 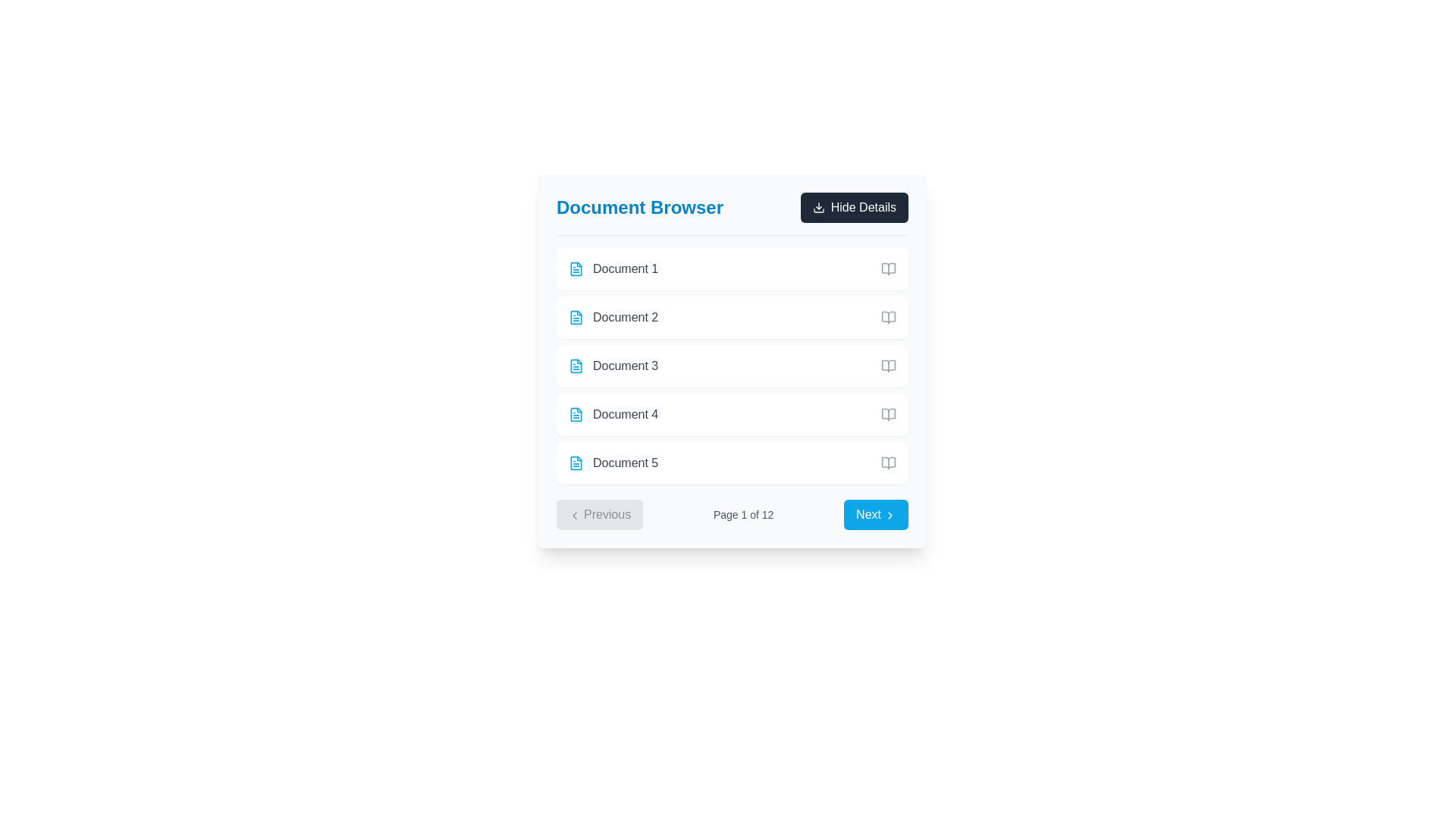 I want to click on on the first list item labeled 'Document 1' in the 'Document Browser' section, so click(x=613, y=268).